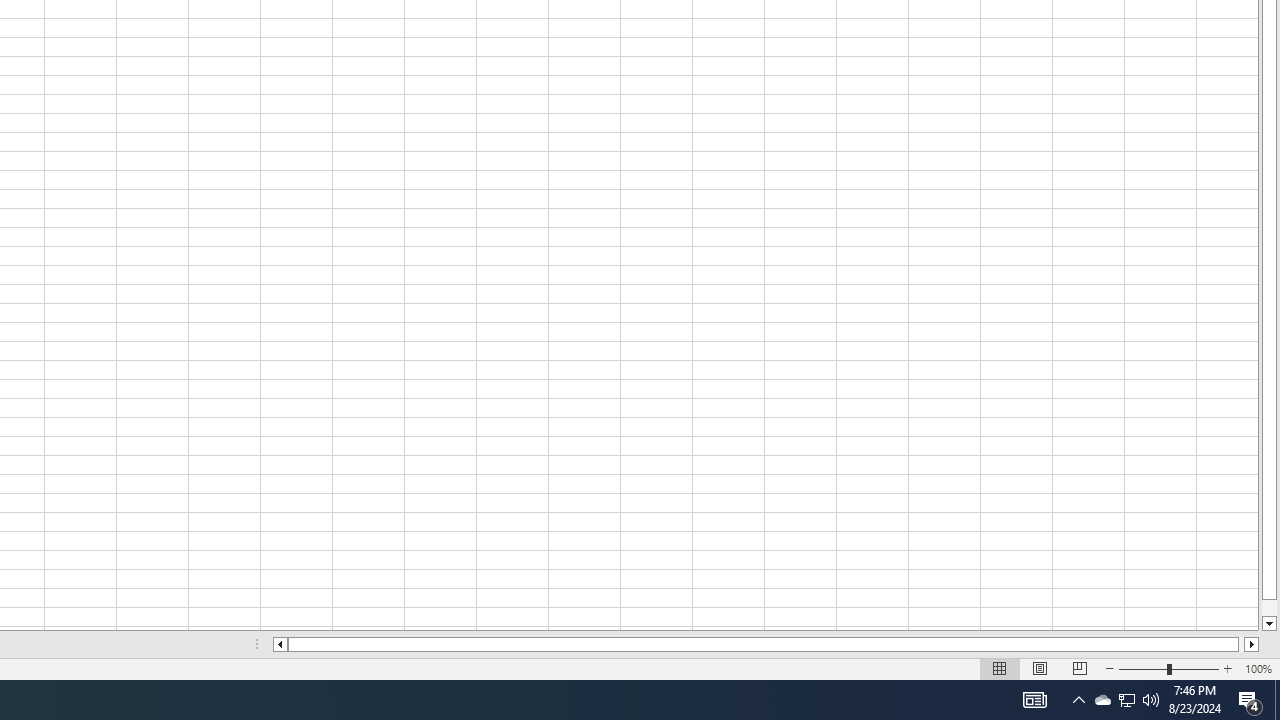  Describe the element at coordinates (765, 644) in the screenshot. I see `'Class: NetUIScrollBar'` at that location.